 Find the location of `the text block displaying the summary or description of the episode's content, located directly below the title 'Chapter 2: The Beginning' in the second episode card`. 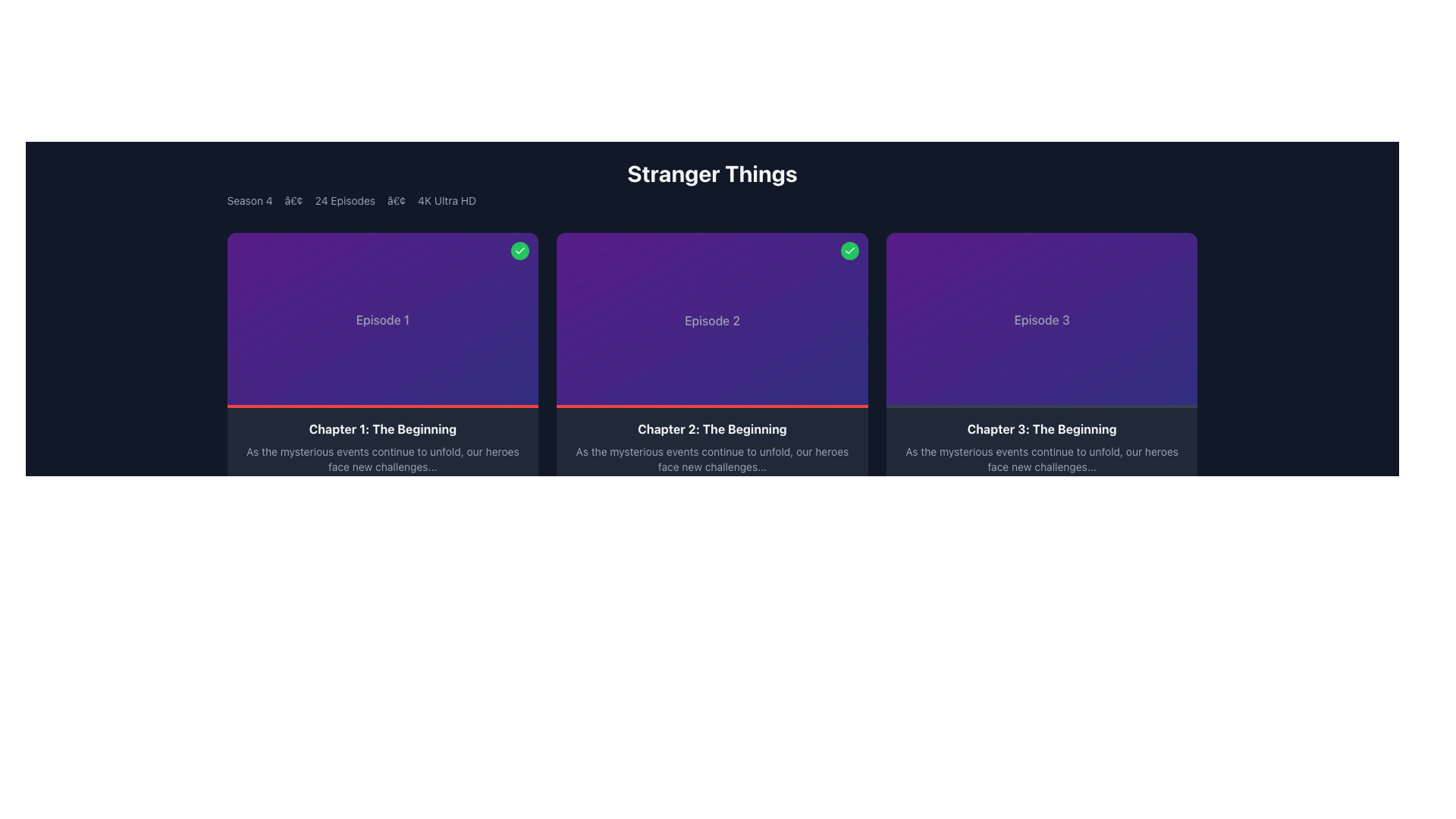

the text block displaying the summary or description of the episode's content, located directly below the title 'Chapter 2: The Beginning' in the second episode card is located at coordinates (711, 458).